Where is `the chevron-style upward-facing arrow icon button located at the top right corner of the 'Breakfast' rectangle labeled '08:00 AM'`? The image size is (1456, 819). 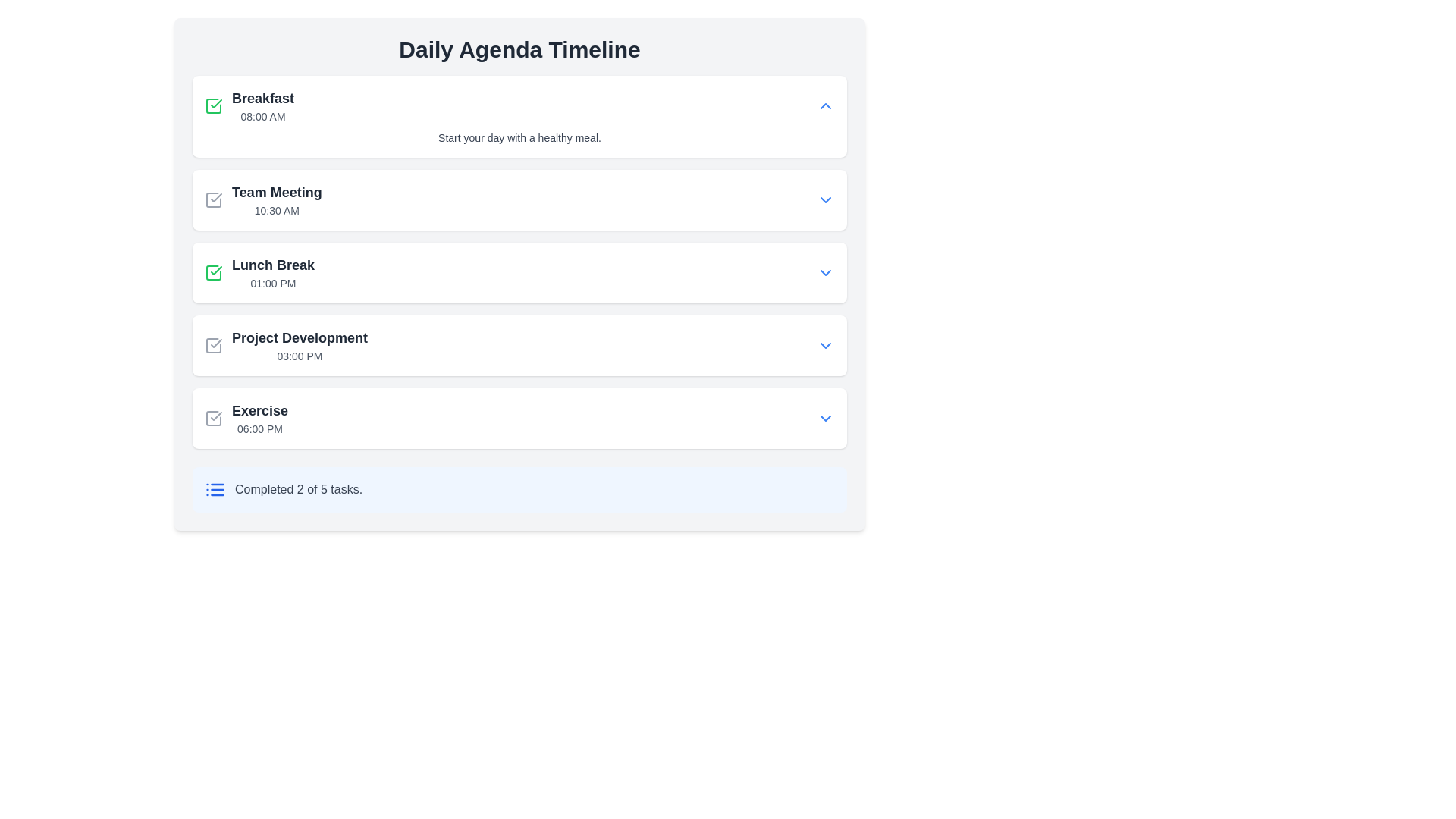 the chevron-style upward-facing arrow icon button located at the top right corner of the 'Breakfast' rectangle labeled '08:00 AM' is located at coordinates (825, 105).